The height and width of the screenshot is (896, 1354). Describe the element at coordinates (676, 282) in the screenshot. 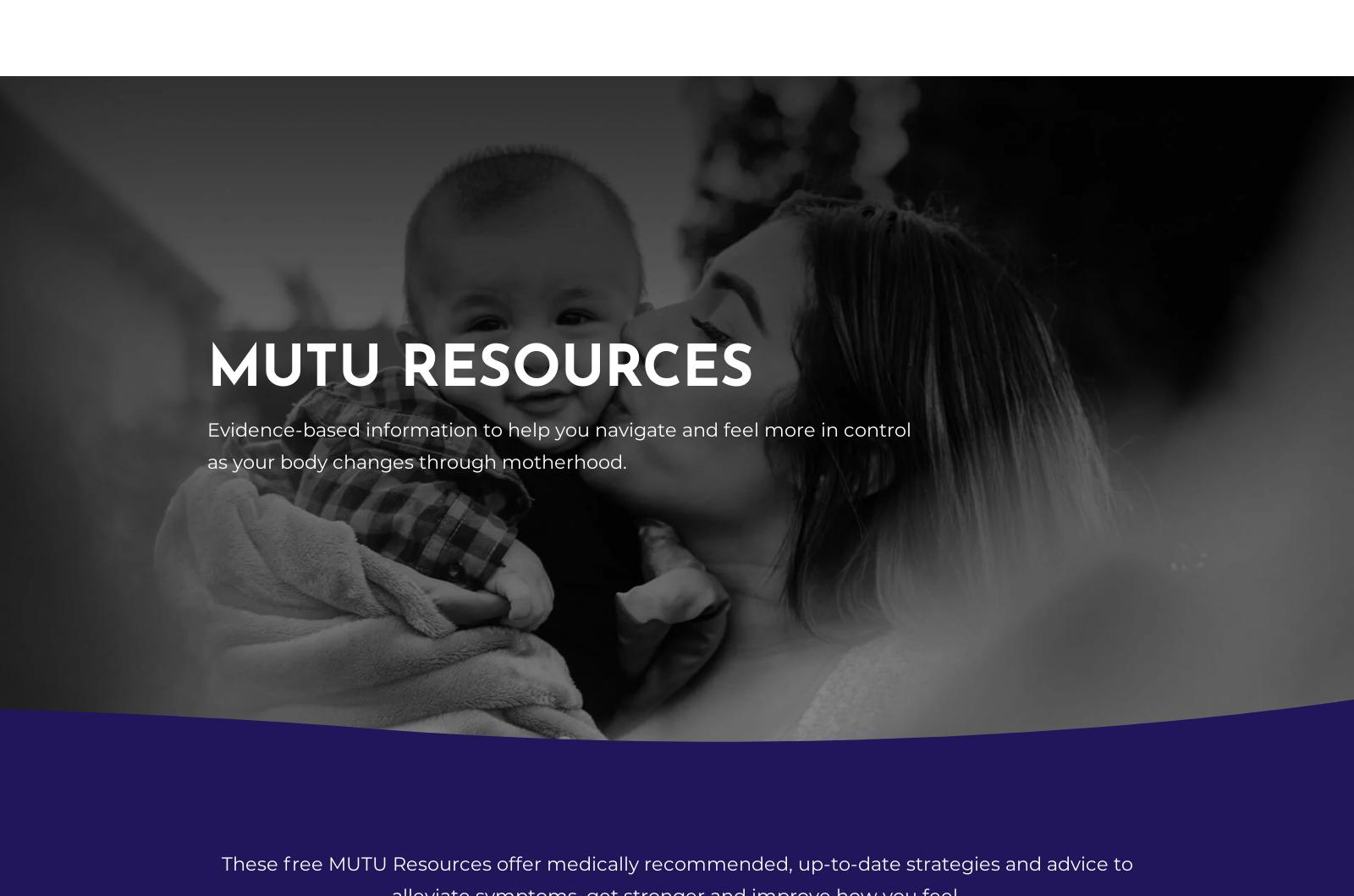

I see `'Dealing with pelvic health issues at work'` at that location.